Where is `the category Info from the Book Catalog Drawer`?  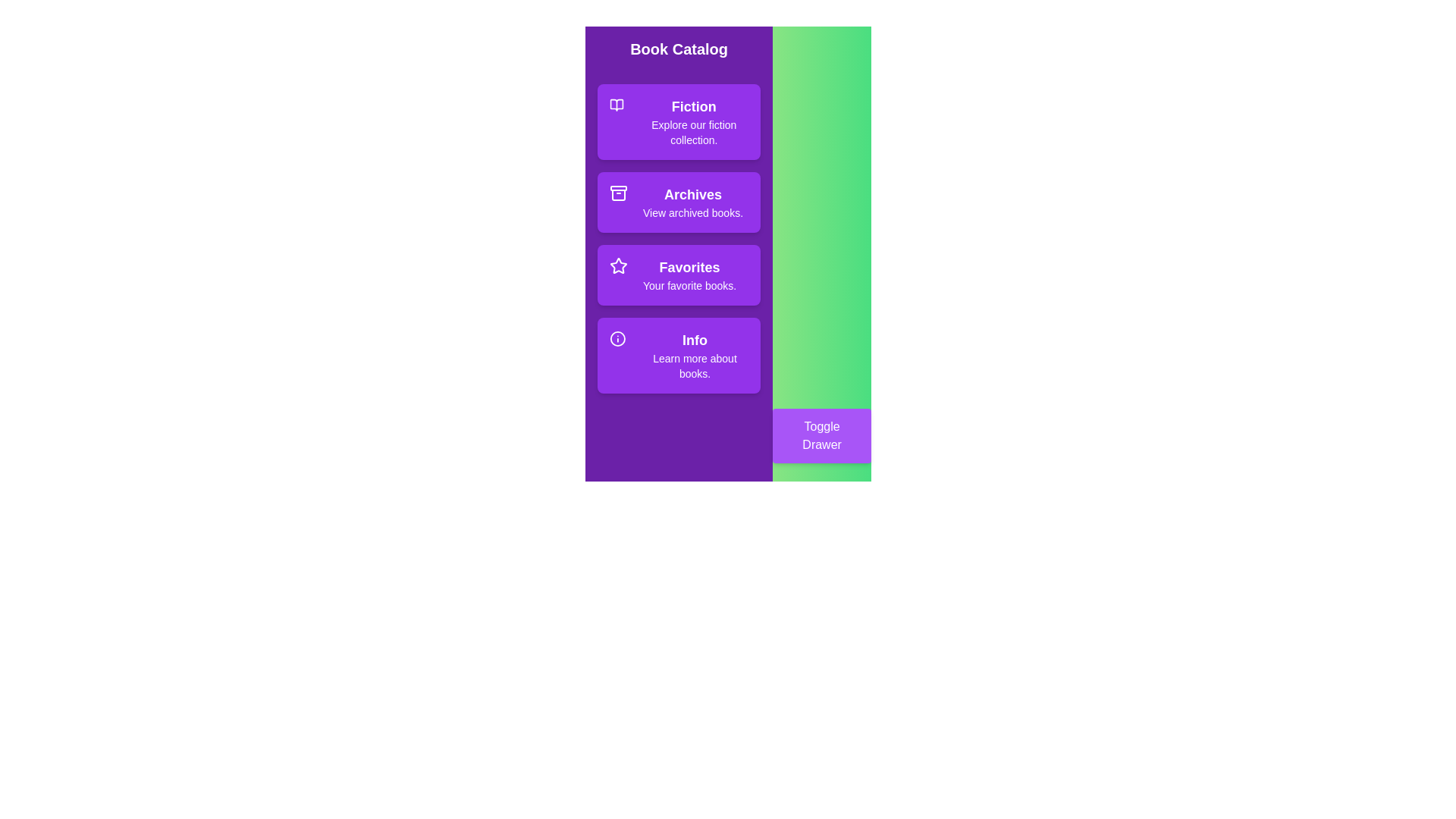 the category Info from the Book Catalog Drawer is located at coordinates (678, 356).